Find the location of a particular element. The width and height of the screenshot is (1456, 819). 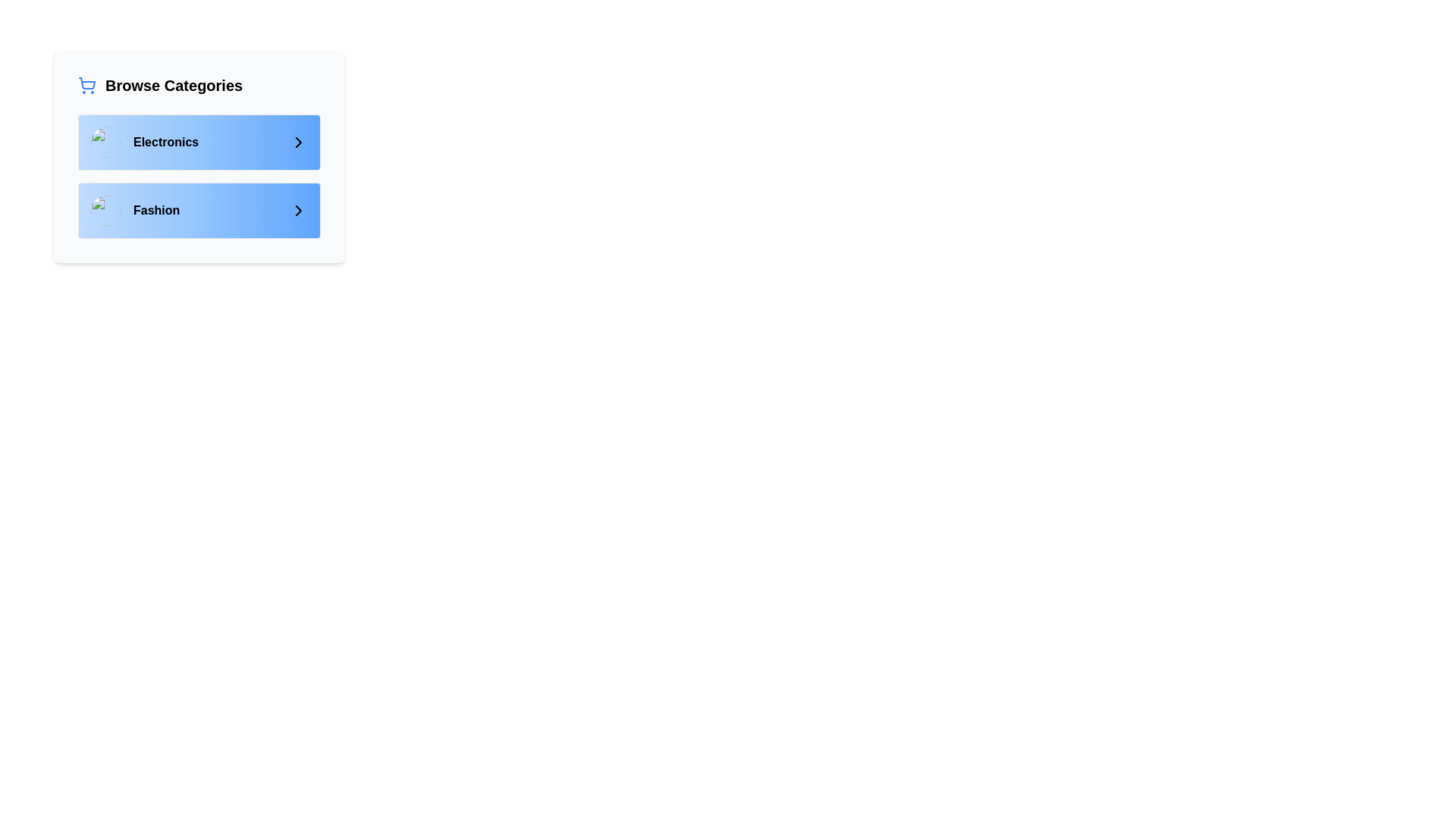

the 'Fashion' category list item, which features a circular image on the left and the word 'Fashion' in bold on the right, located in a light blue rectangular area is located at coordinates (135, 210).